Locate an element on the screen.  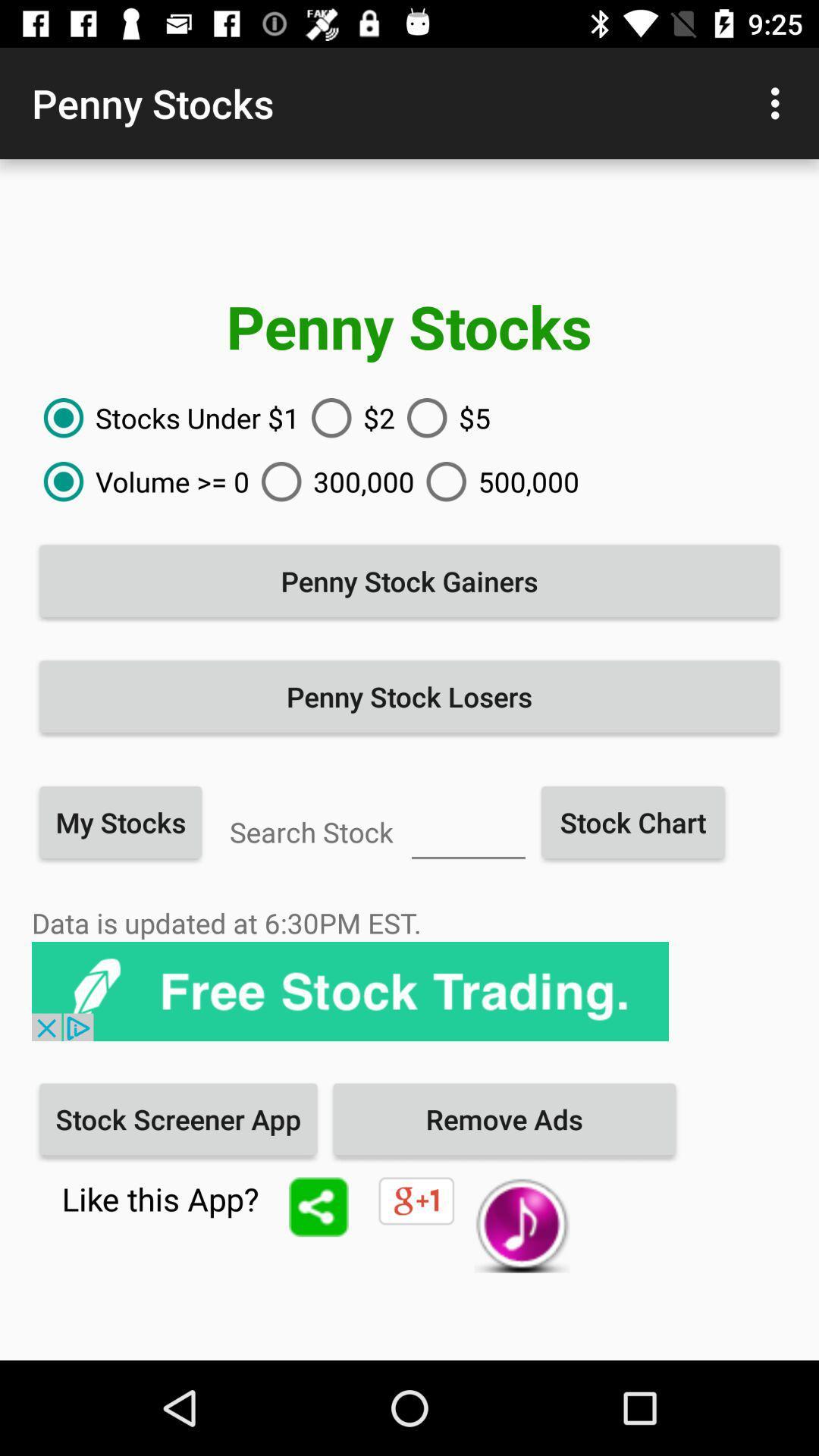
item to the left of 300,000 icon is located at coordinates (140, 481).